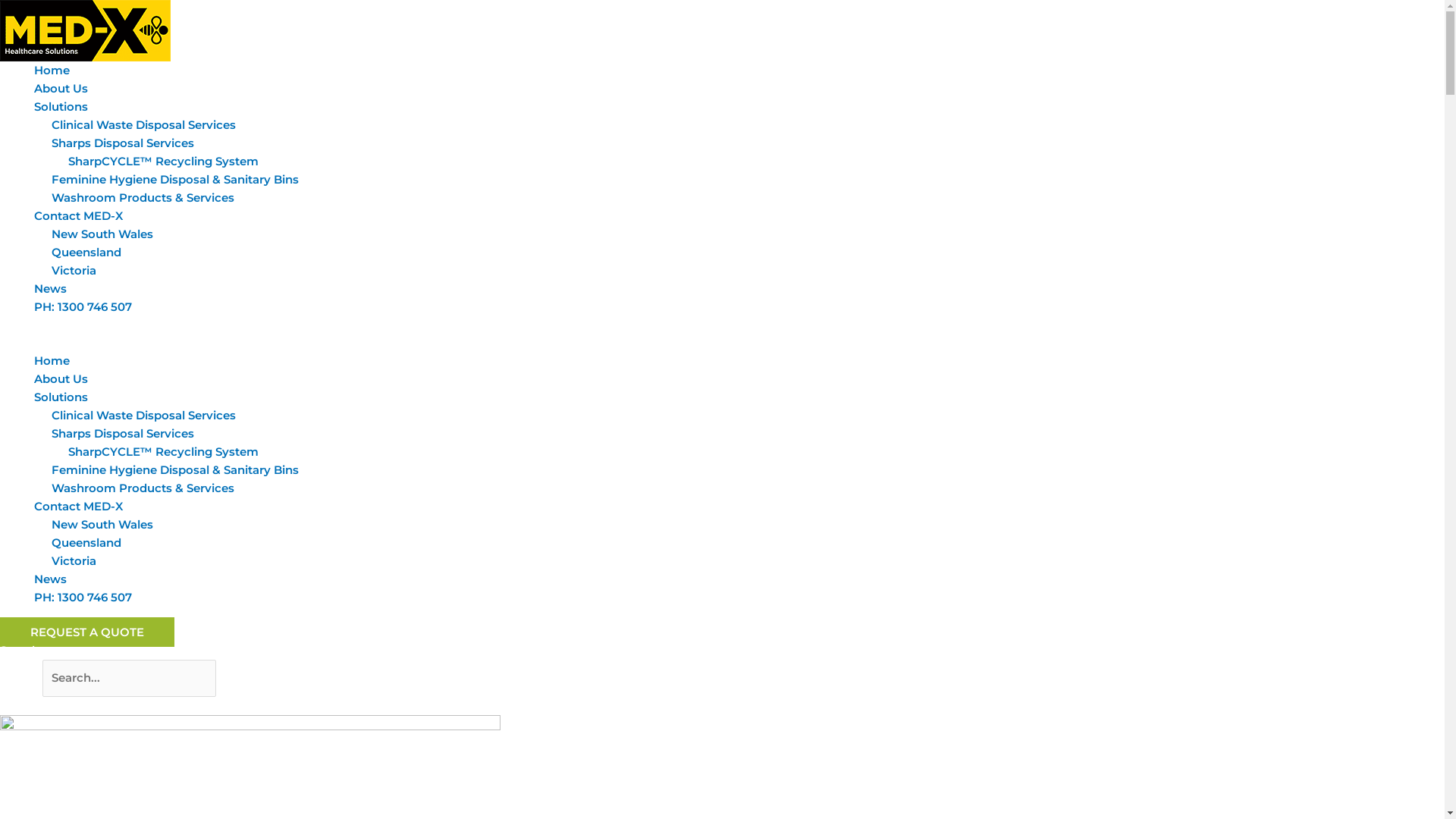  What do you see at coordinates (77, 506) in the screenshot?
I see `'Contact MED-X'` at bounding box center [77, 506].